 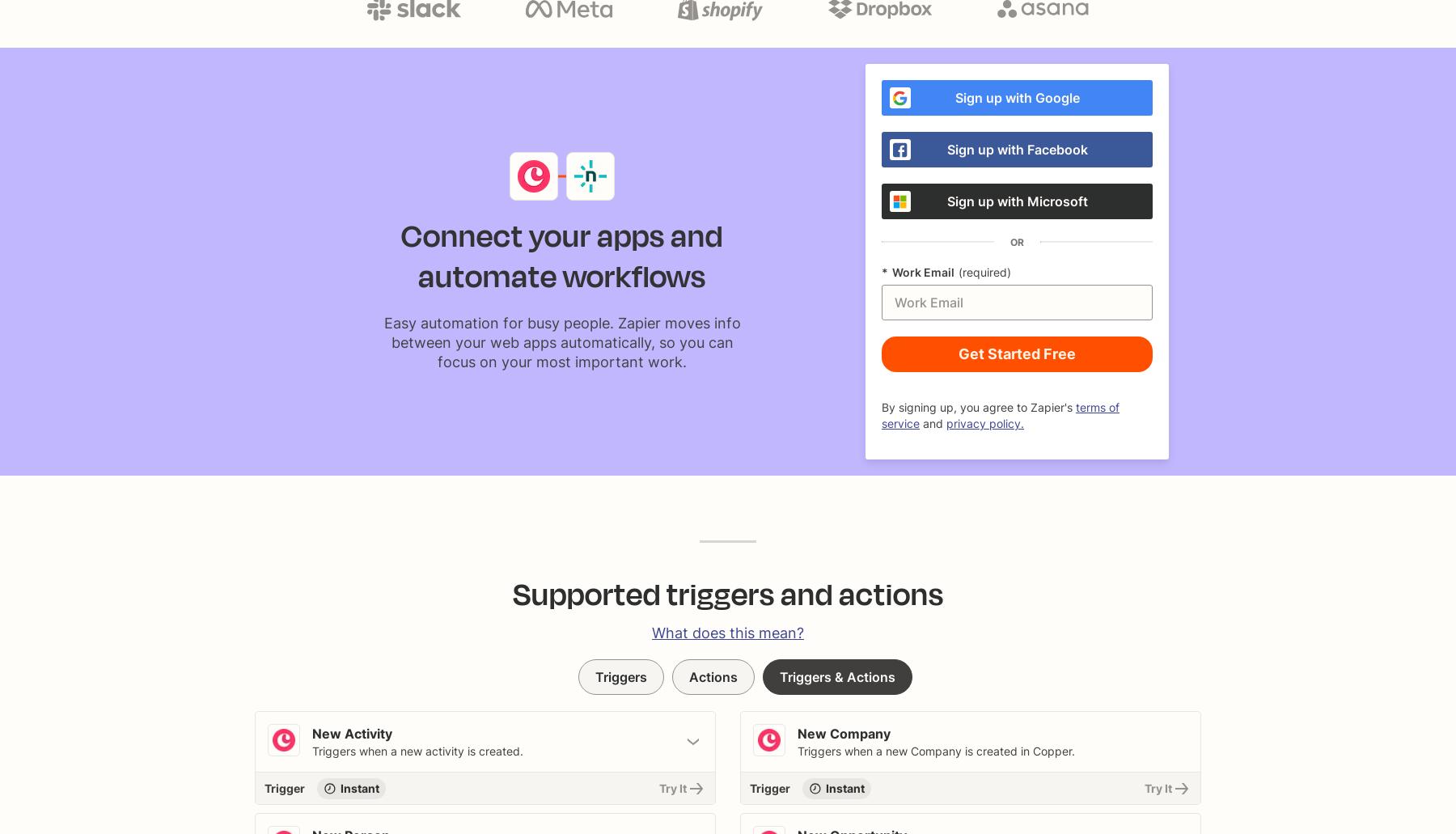 I want to click on 'Triggers', so click(x=620, y=676).